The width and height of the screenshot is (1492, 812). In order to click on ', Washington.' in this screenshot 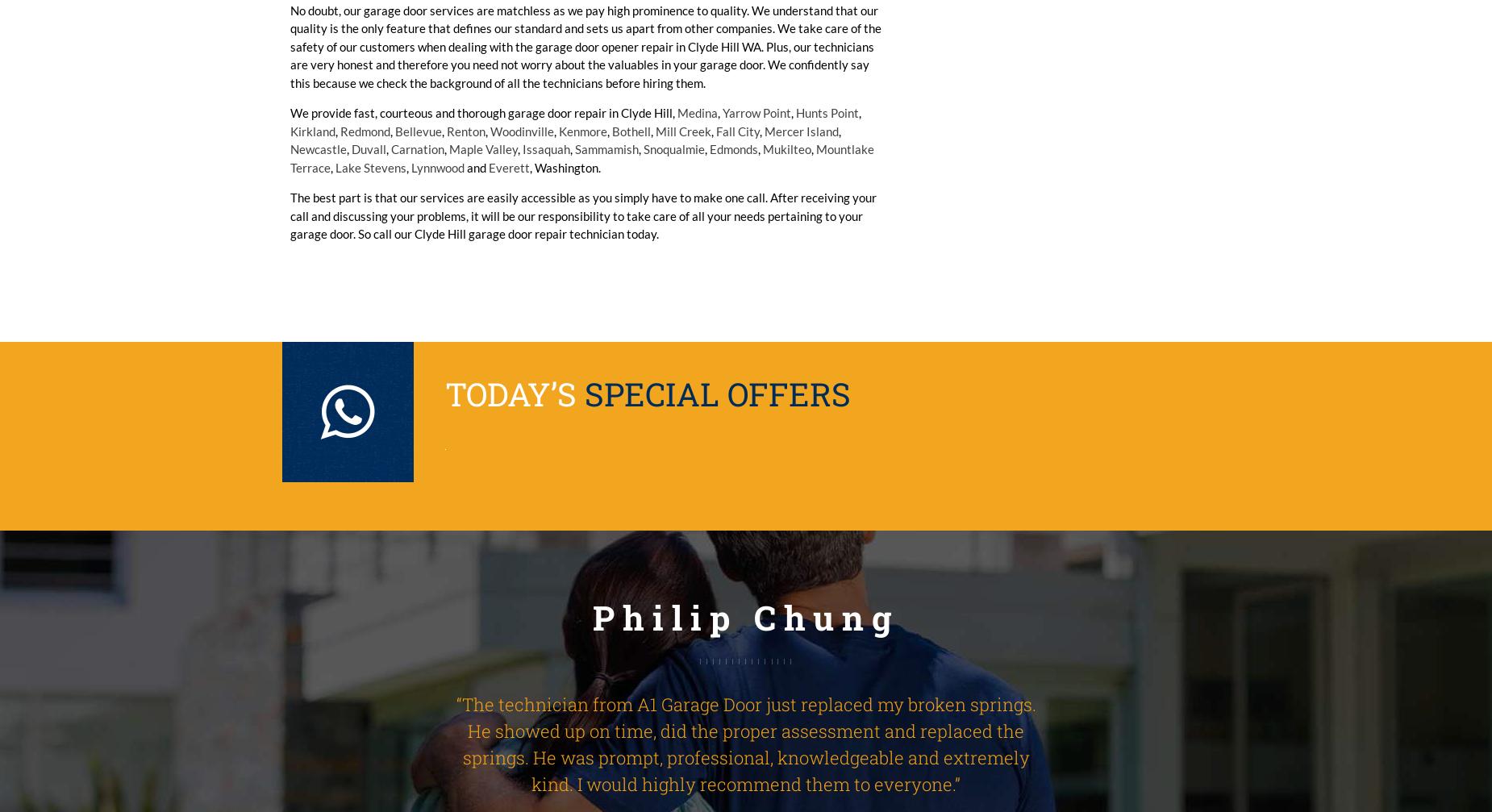, I will do `click(565, 167)`.